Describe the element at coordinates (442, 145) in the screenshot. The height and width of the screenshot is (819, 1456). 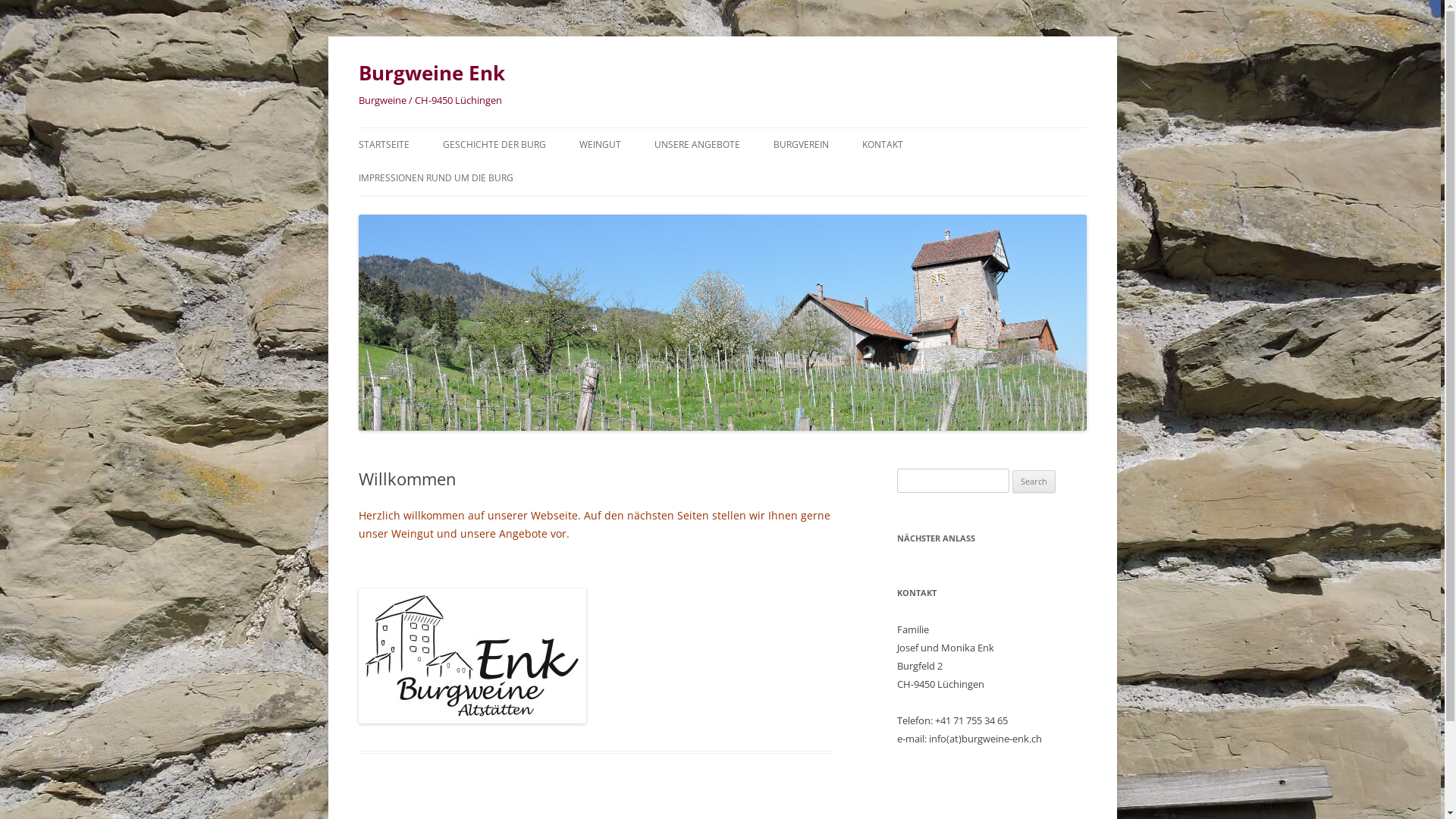
I see `'GESCHICHTE DER BURG'` at that location.